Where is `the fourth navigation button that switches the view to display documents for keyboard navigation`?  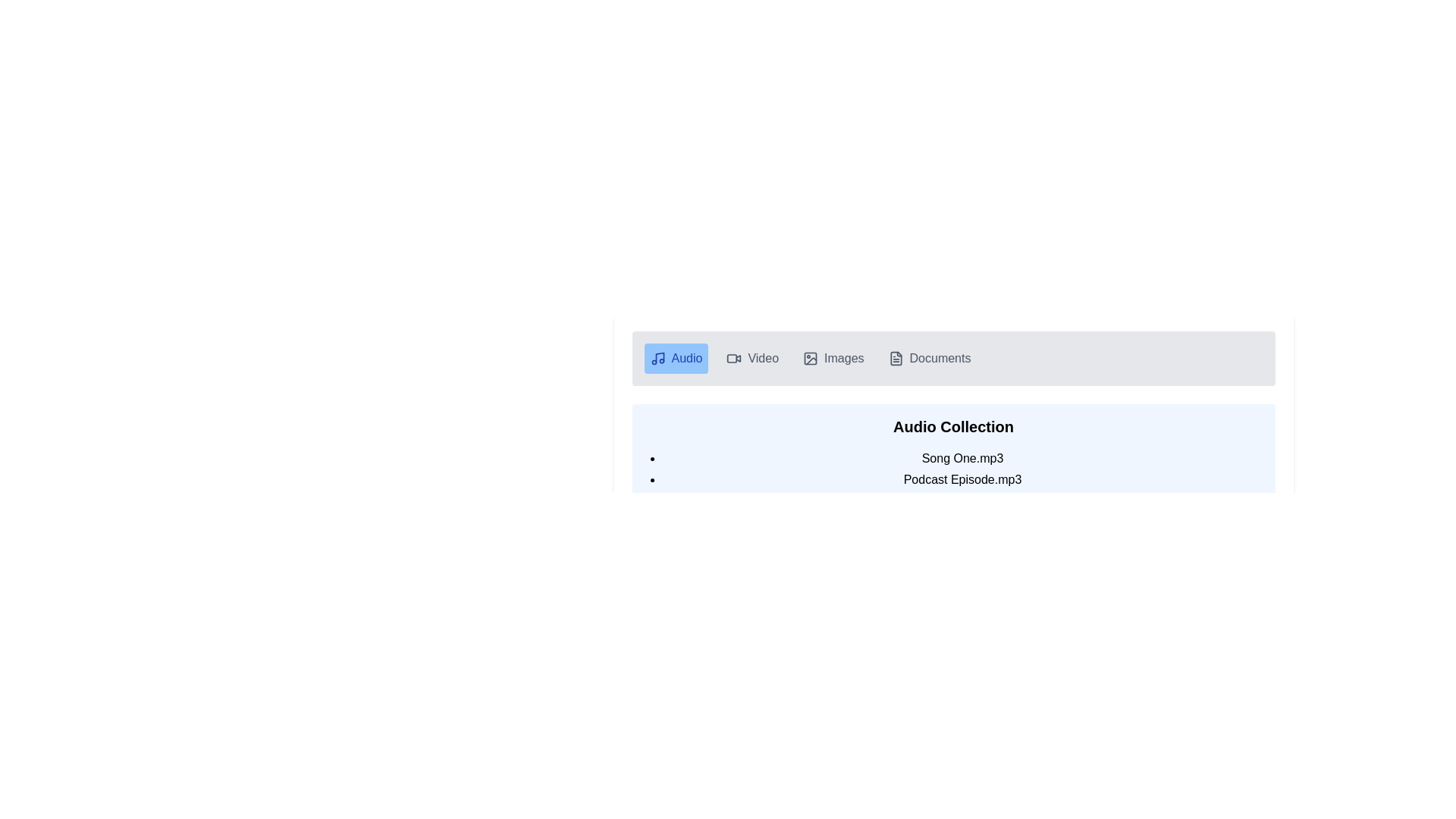 the fourth navigation button that switches the view to display documents for keyboard navigation is located at coordinates (928, 359).